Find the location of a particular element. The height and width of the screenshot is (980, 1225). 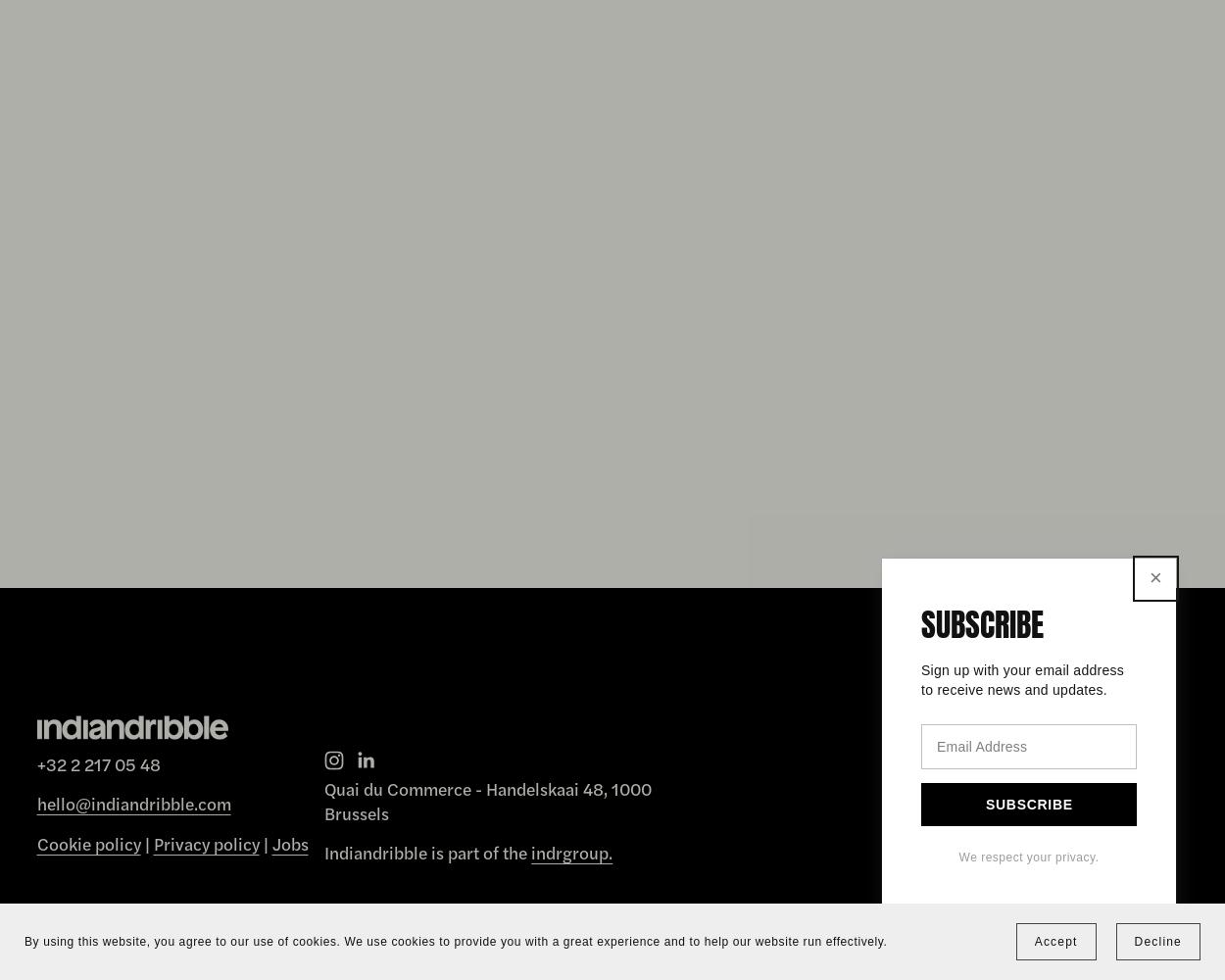

'By using this website, you agree to our use of cookies. We use cookies to provide you with a great experience and to help our website run effectively.' is located at coordinates (24, 941).